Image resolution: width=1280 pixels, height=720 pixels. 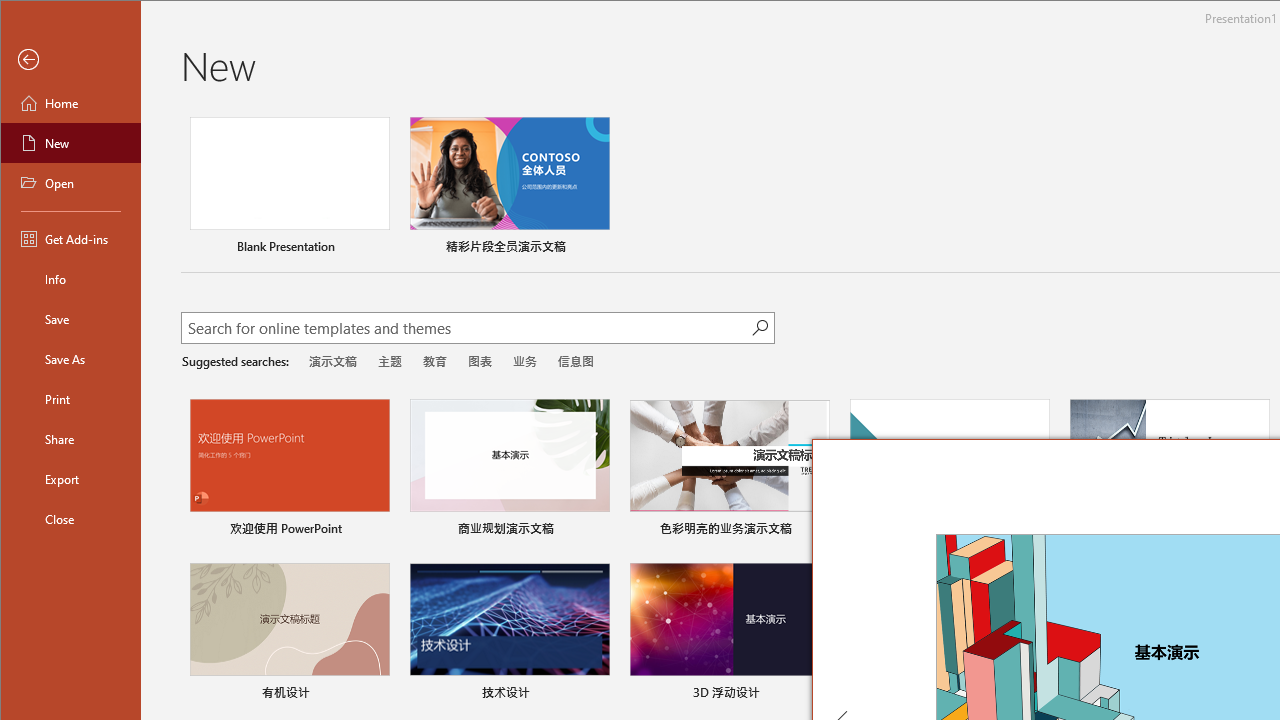 I want to click on 'Info', so click(x=71, y=279).